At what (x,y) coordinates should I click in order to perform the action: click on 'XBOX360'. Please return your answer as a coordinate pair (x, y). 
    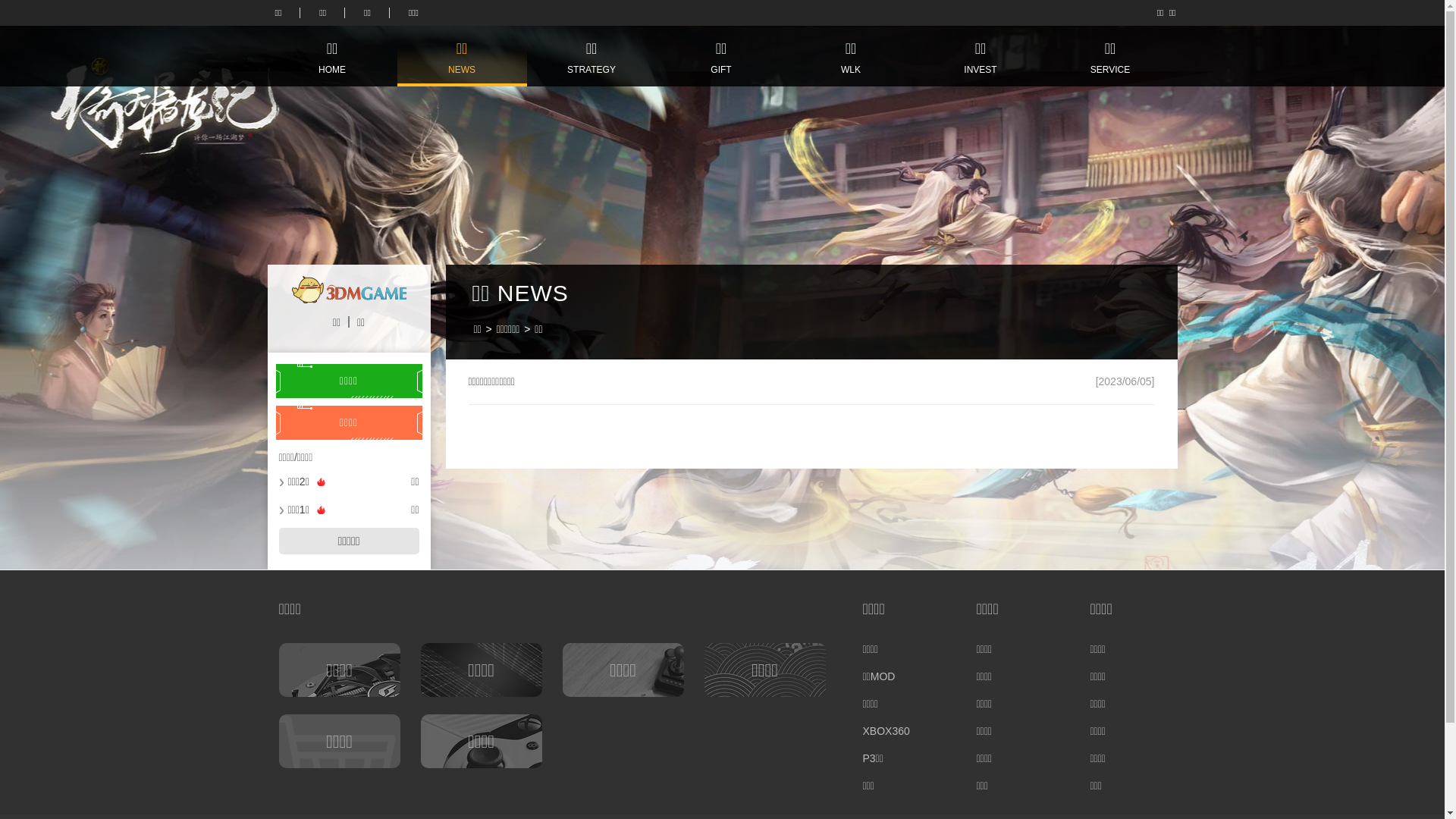
    Looking at the image, I should click on (862, 730).